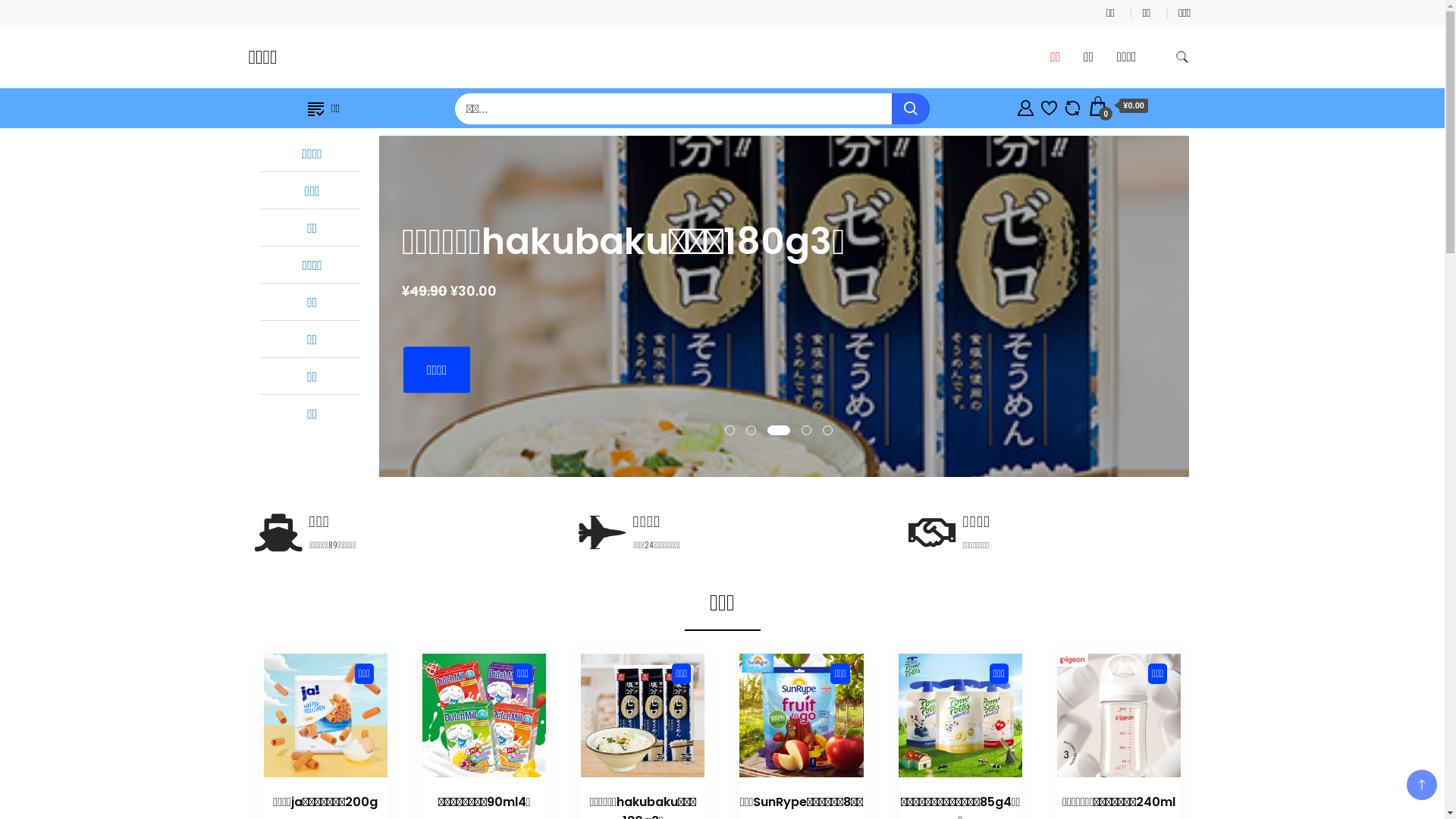 The image size is (1456, 819). Describe the element at coordinates (1025, 105) in the screenshot. I see `'My Account'` at that location.